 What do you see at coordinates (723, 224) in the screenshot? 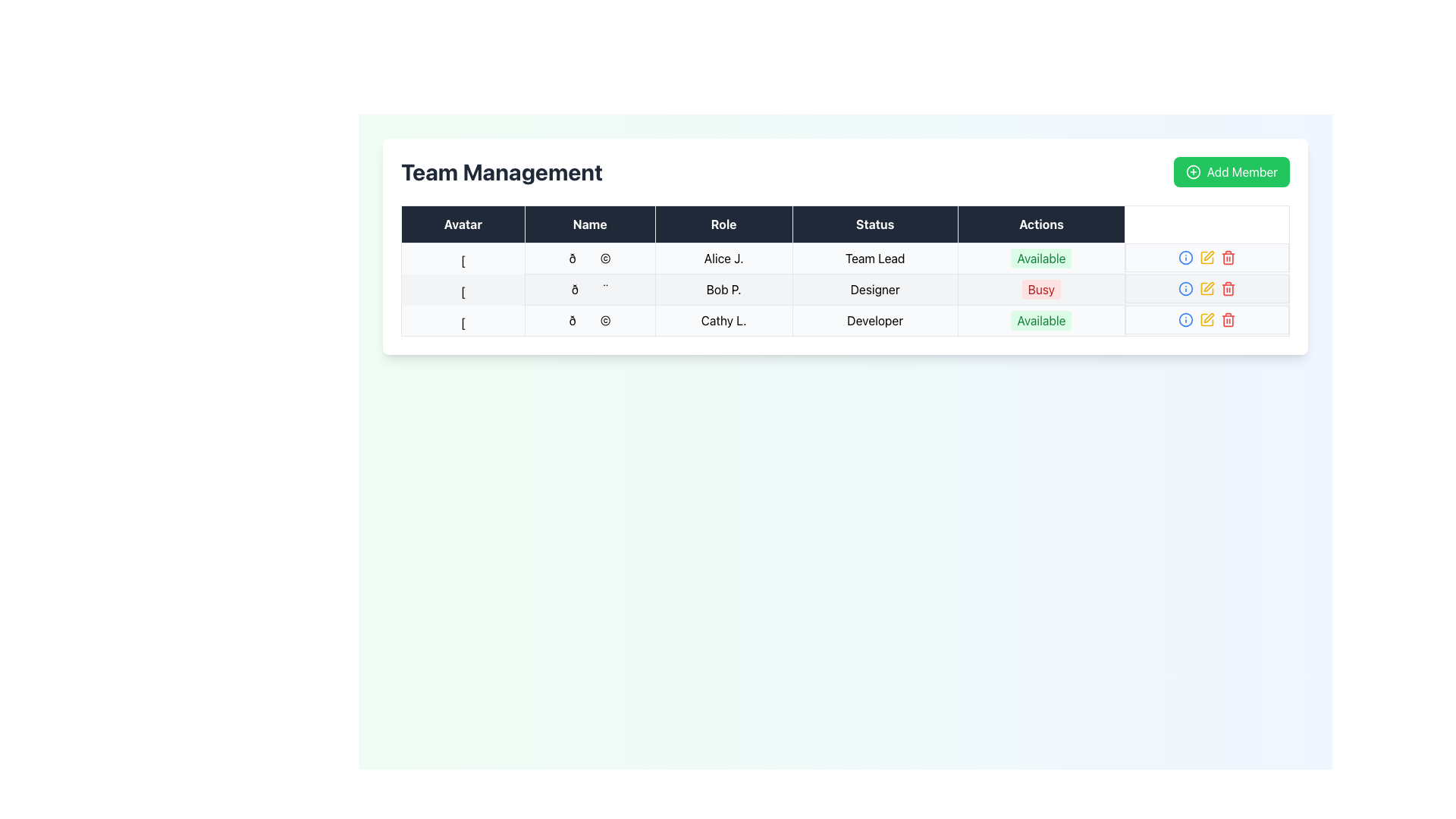
I see `the 'Role' text label, which is the third entry in the header row of a five-column table under 'Team Management'` at bounding box center [723, 224].